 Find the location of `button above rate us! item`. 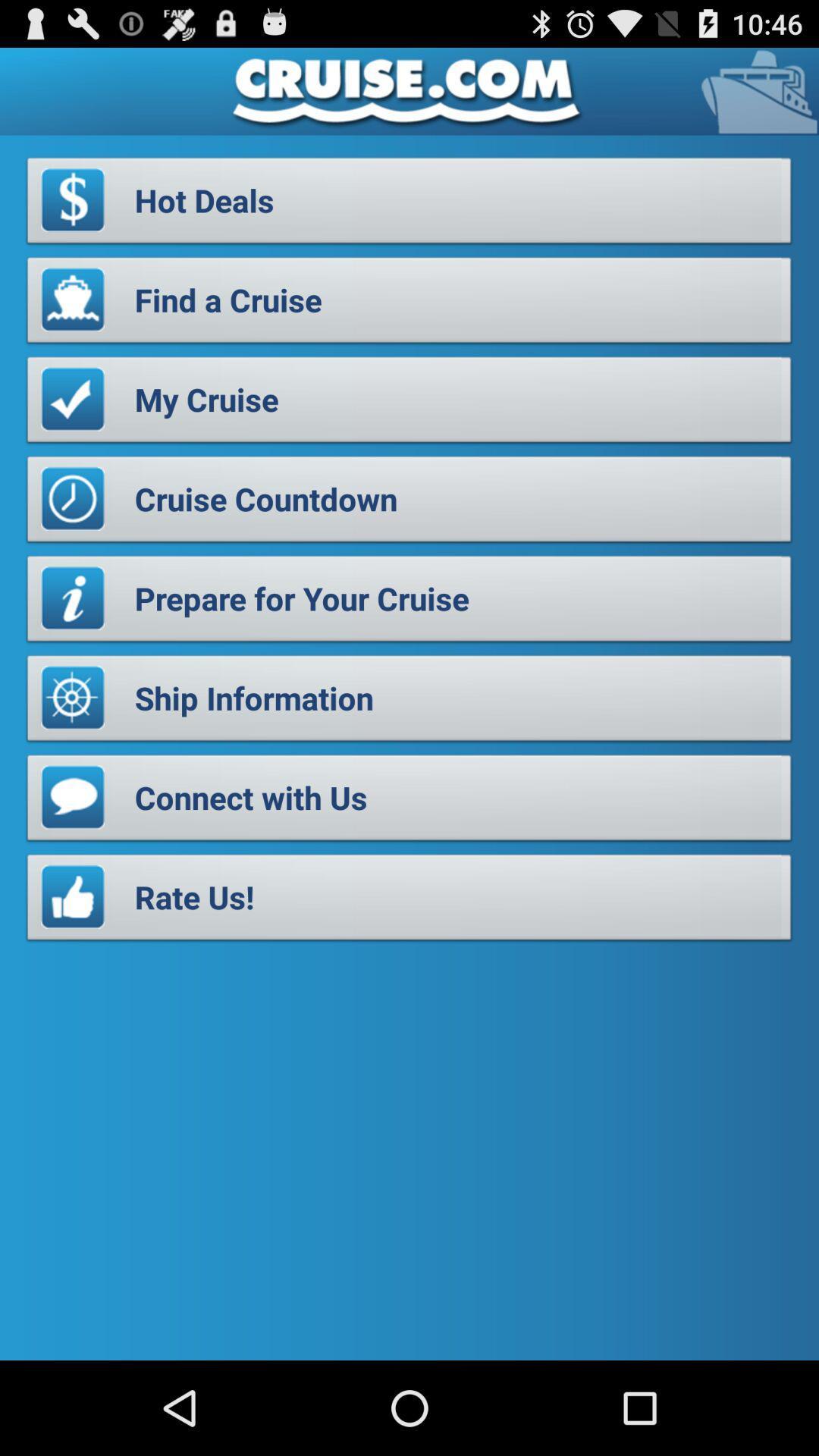

button above rate us! item is located at coordinates (409, 801).